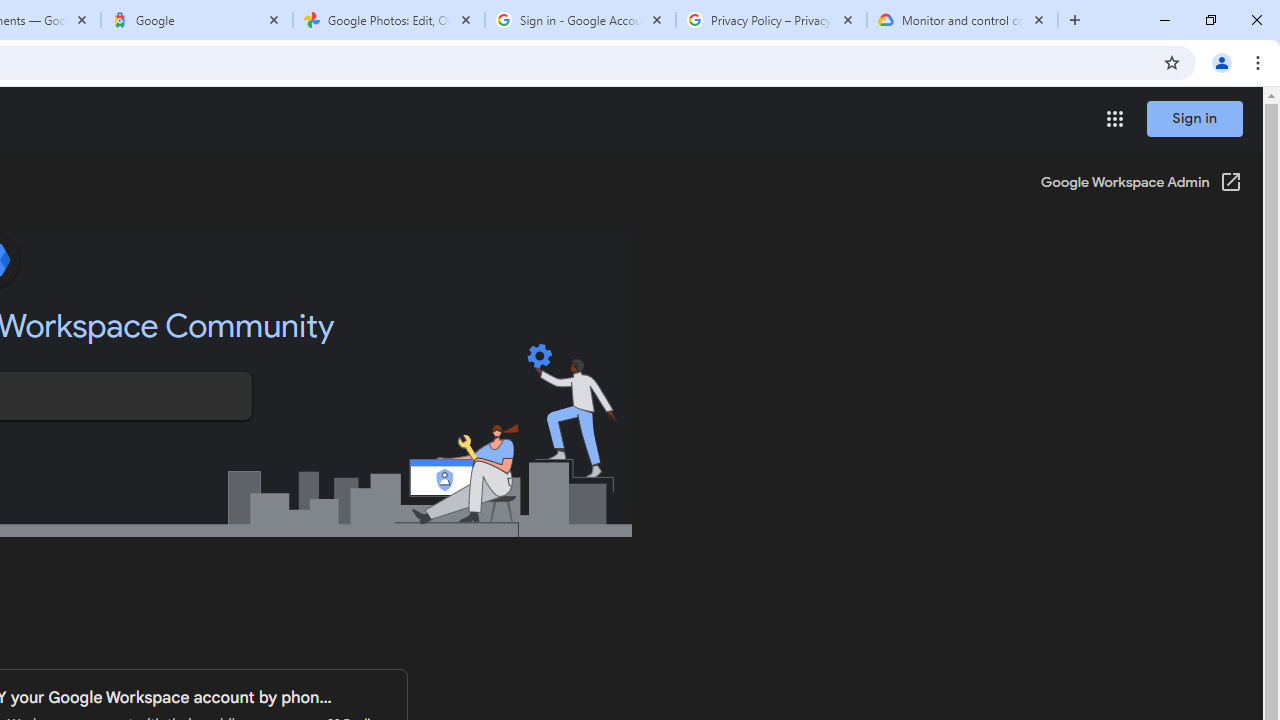 The image size is (1280, 720). Describe the element at coordinates (1141, 183) in the screenshot. I see `'Google Workspace Admin (Open in a new window)'` at that location.